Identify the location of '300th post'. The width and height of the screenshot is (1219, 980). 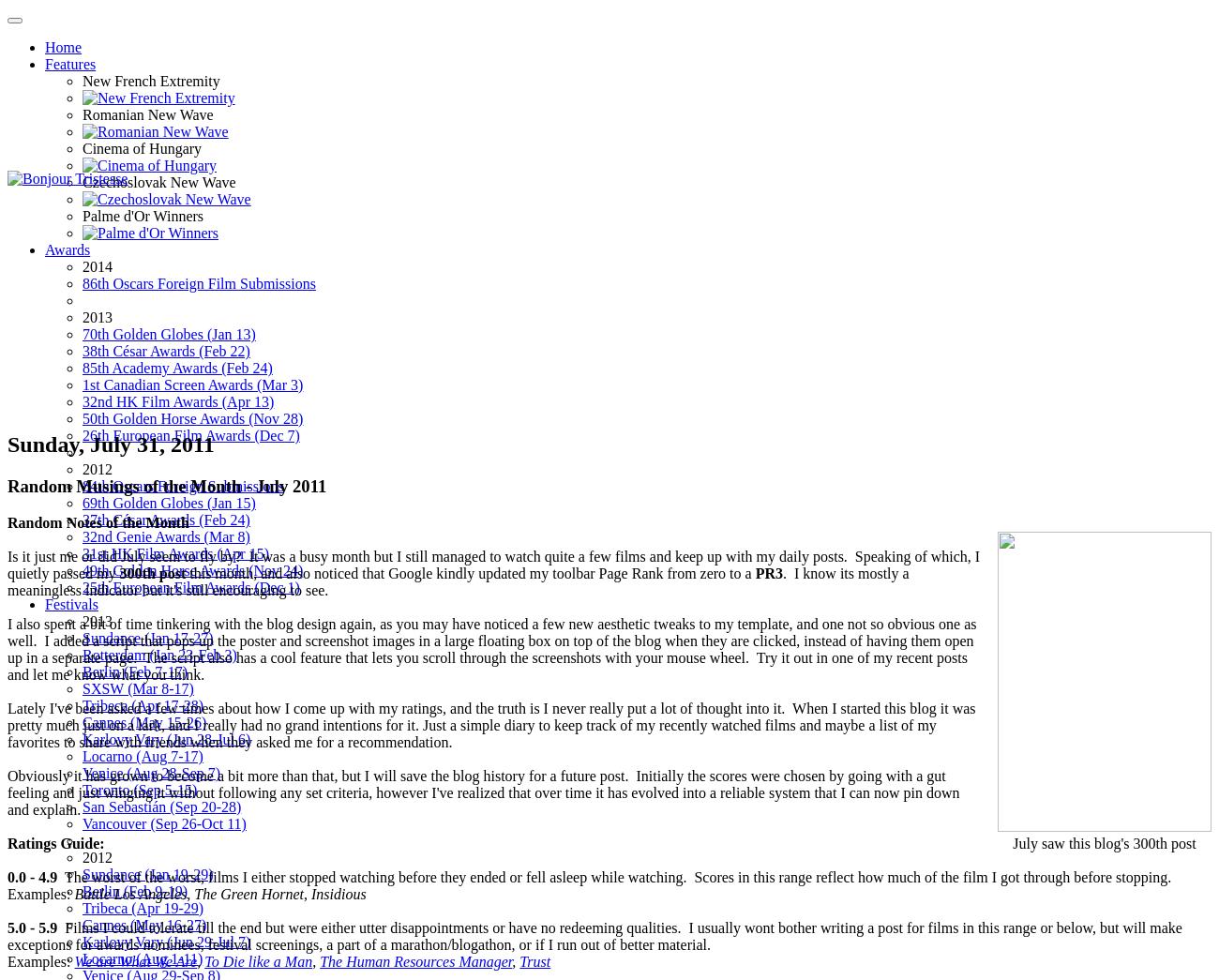
(118, 571).